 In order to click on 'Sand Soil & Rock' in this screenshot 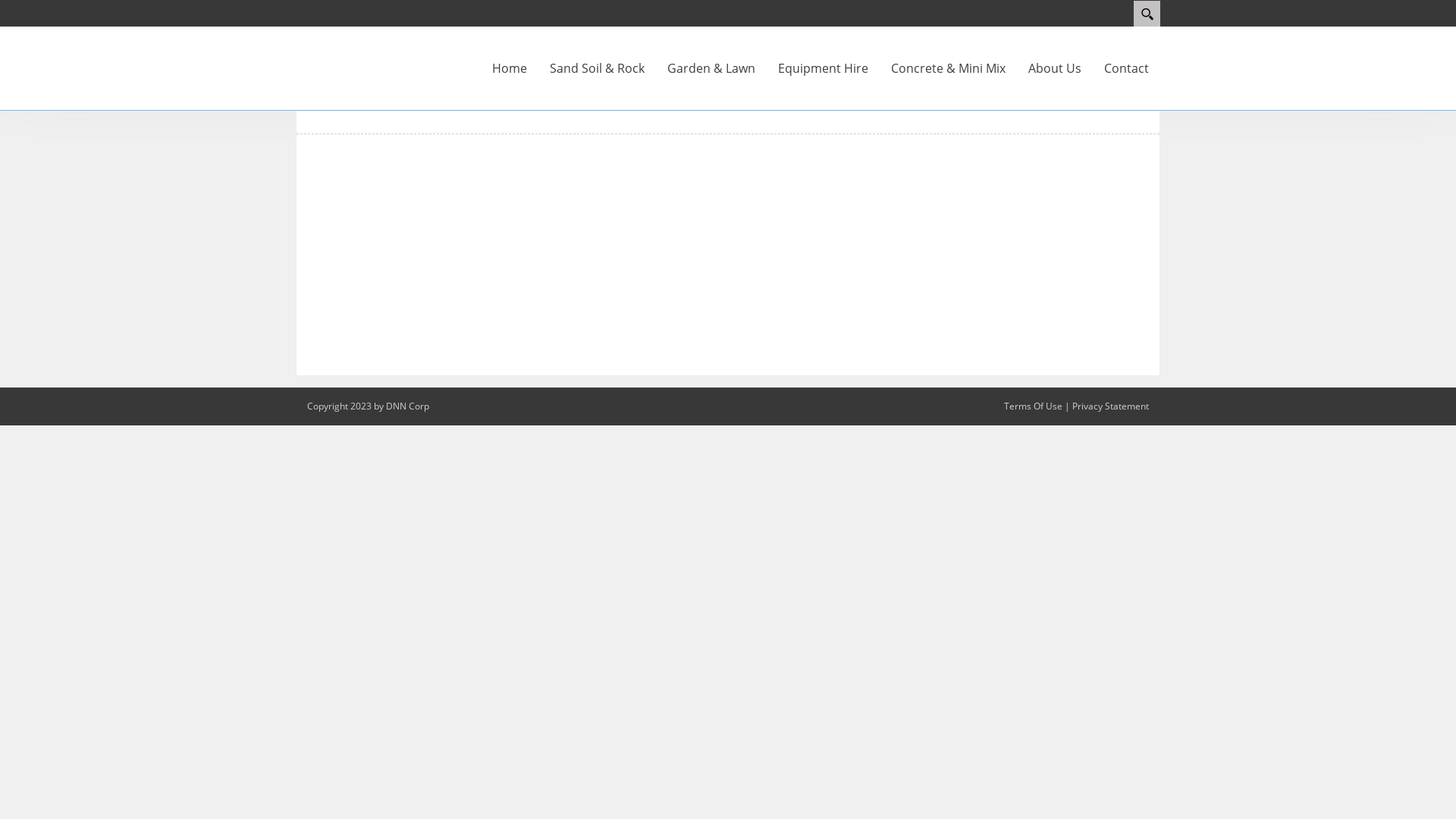, I will do `click(538, 67)`.